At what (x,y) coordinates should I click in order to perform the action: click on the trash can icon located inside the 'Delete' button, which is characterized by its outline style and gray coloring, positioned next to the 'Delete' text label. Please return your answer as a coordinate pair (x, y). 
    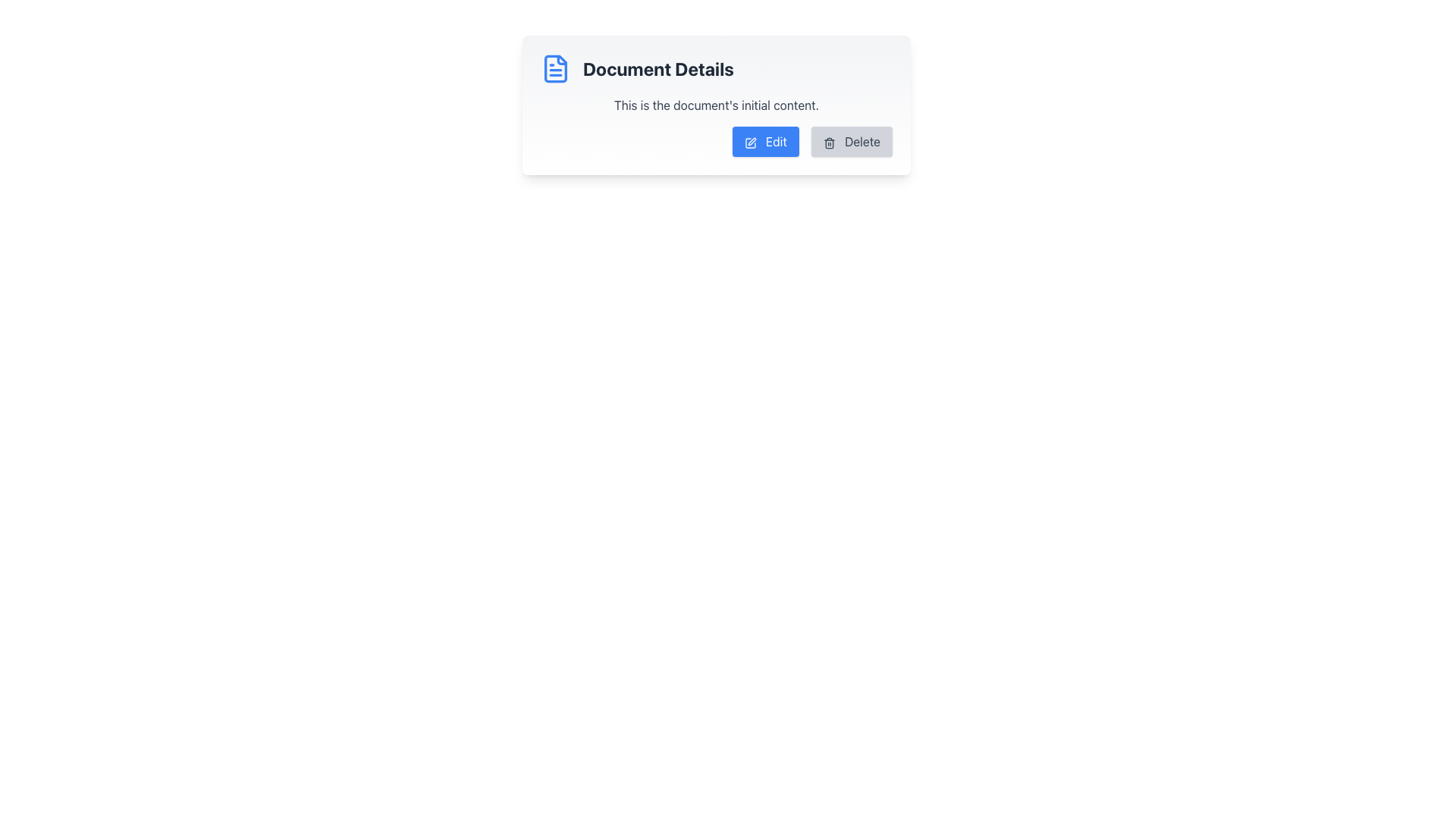
    Looking at the image, I should click on (828, 143).